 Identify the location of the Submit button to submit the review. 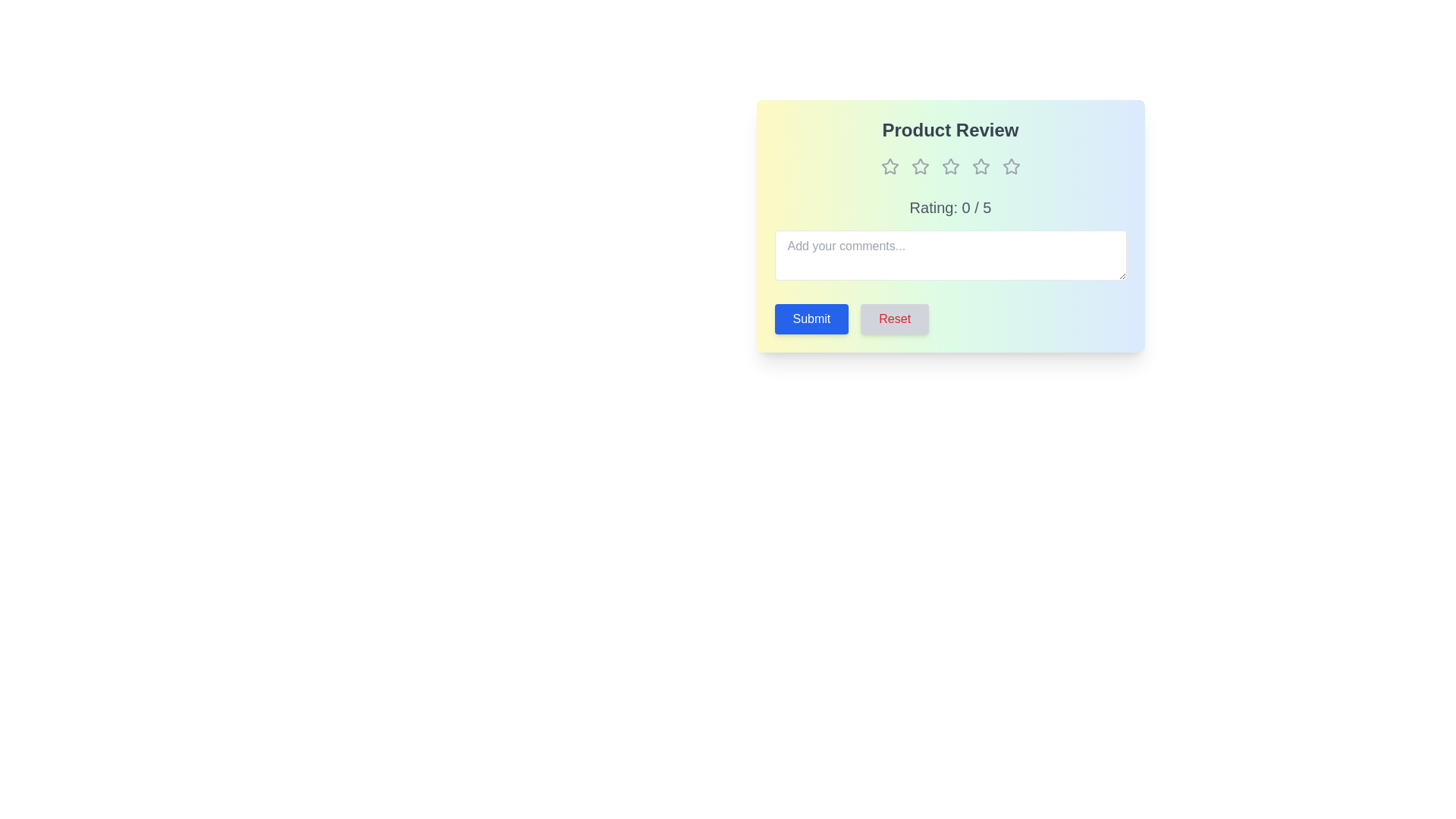
(811, 318).